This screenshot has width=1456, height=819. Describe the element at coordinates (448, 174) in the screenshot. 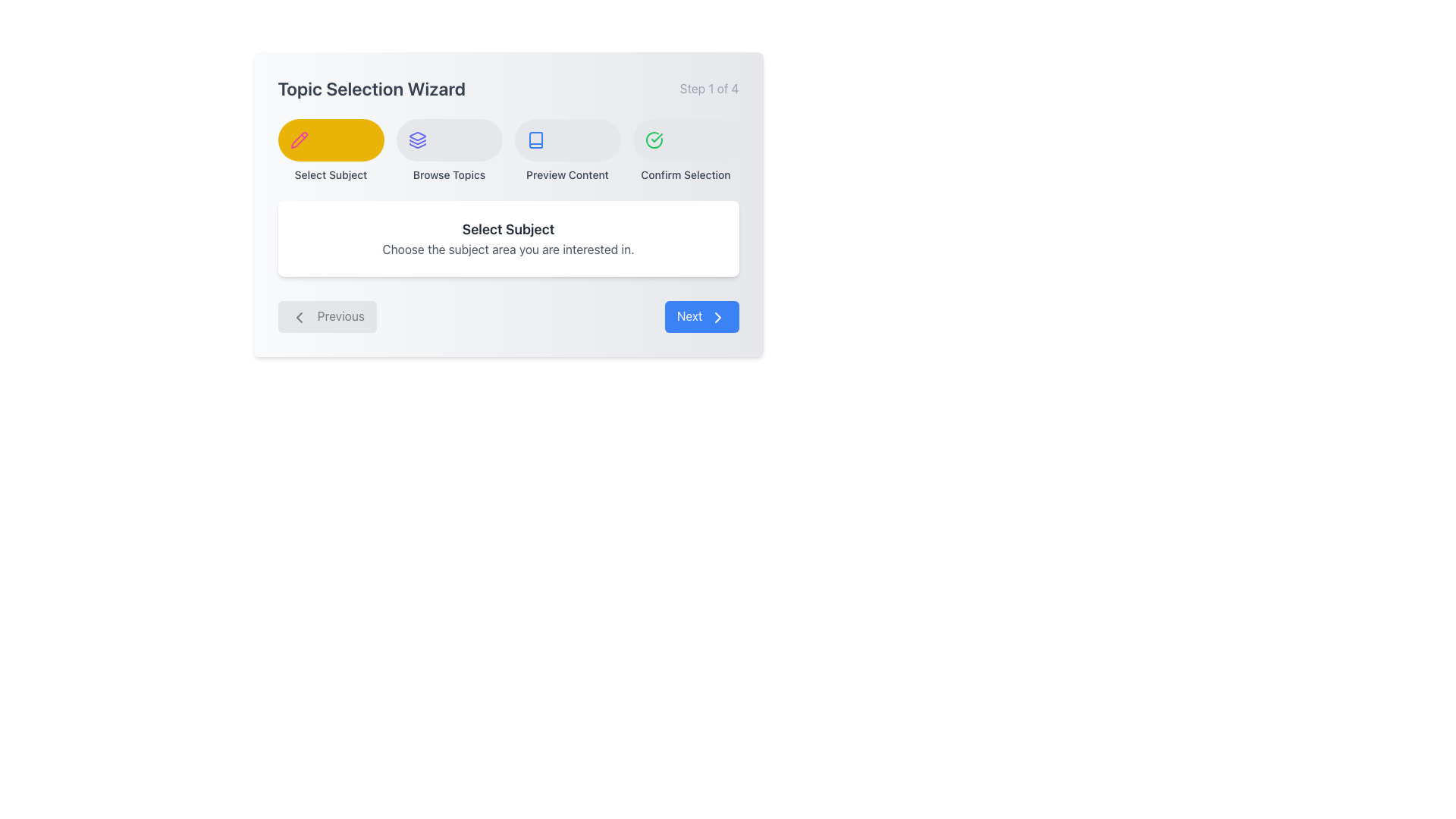

I see `the text label displaying 'Browse Topics', which is located in the navigation section at the top center of the interface, positioned below the second option and adjacent to 'Select Subject' and 'Preview Content'` at that location.